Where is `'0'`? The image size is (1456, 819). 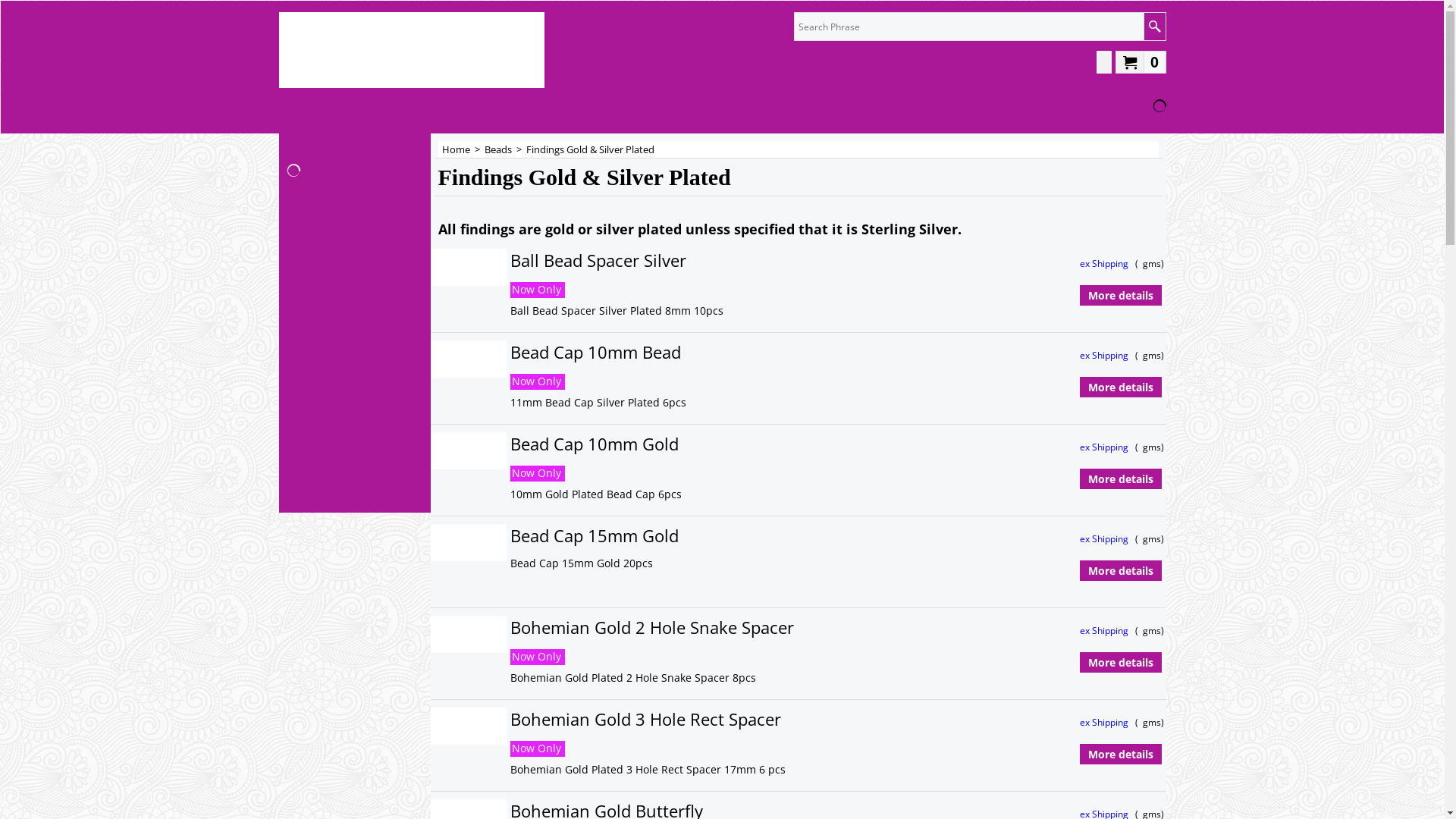 '0' is located at coordinates (1140, 61).